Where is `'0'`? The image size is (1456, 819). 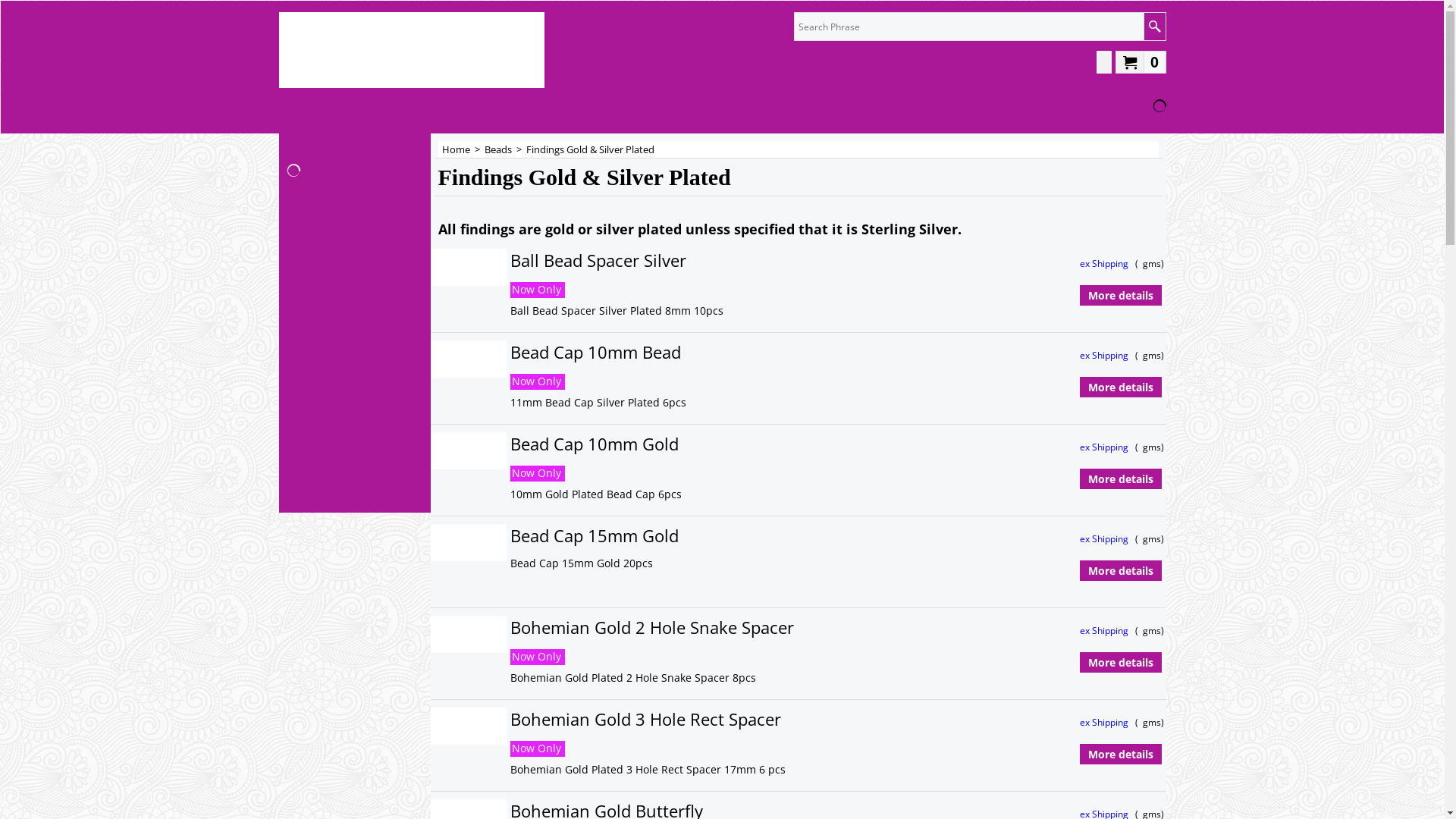 '0' is located at coordinates (1140, 61).